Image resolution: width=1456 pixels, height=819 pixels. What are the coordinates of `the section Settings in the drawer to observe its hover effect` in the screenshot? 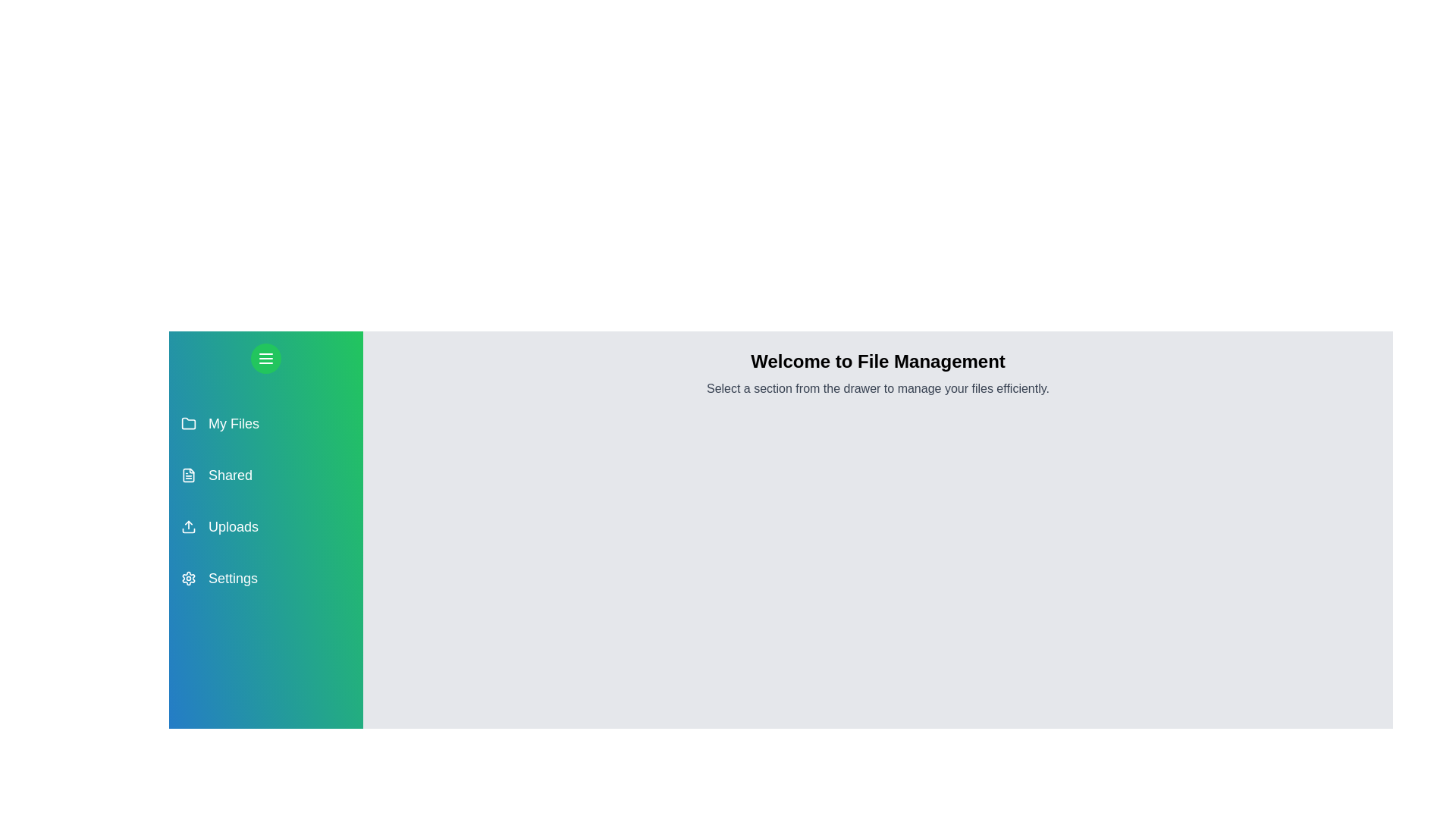 It's located at (265, 579).